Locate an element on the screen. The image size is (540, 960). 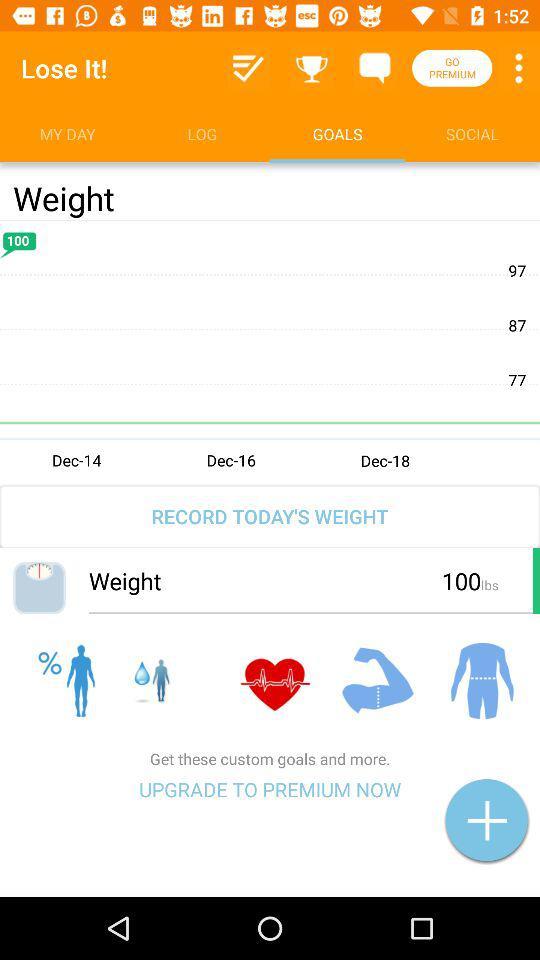
icon above the goals item is located at coordinates (374, 68).